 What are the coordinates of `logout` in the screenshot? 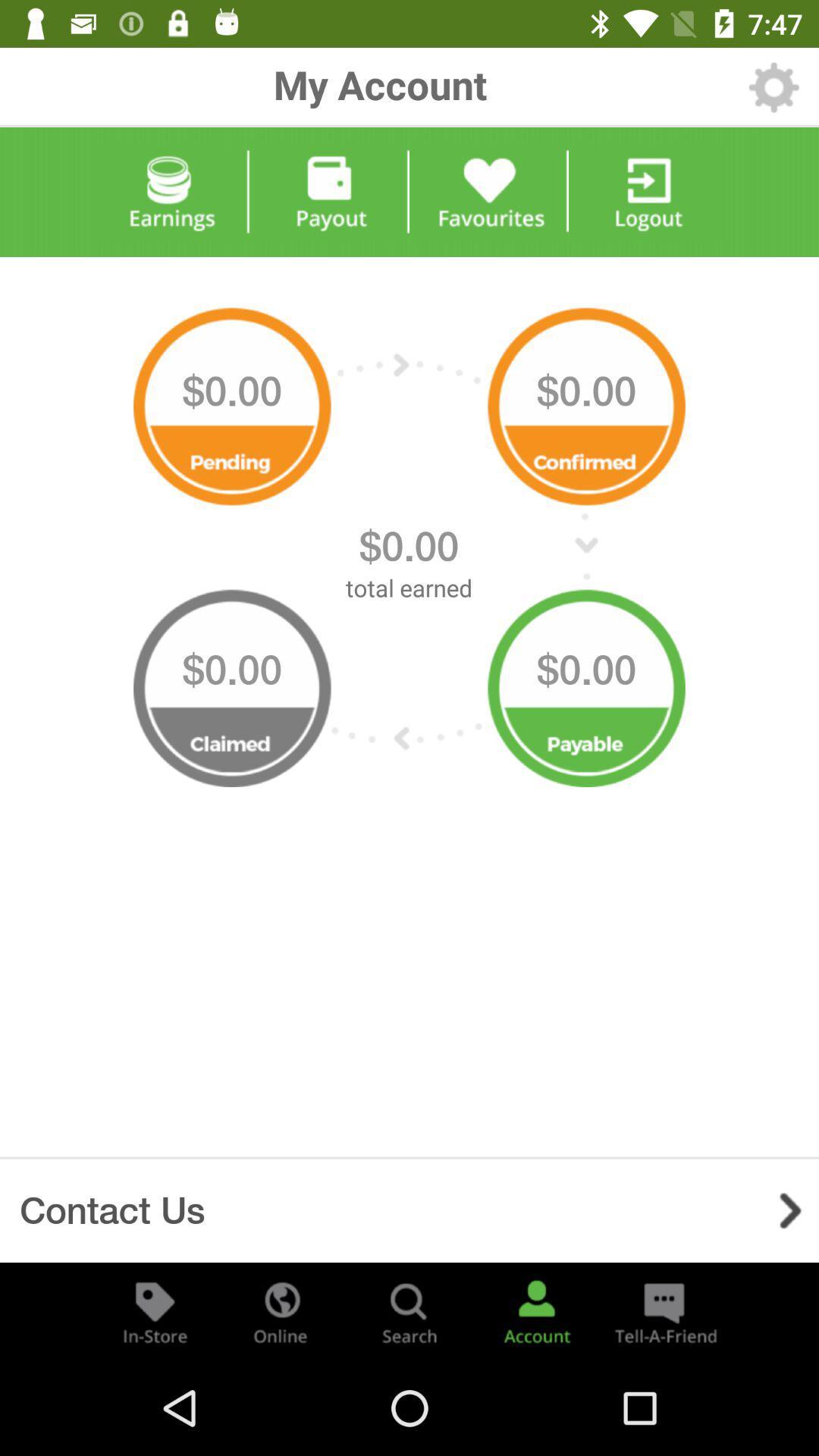 It's located at (648, 192).